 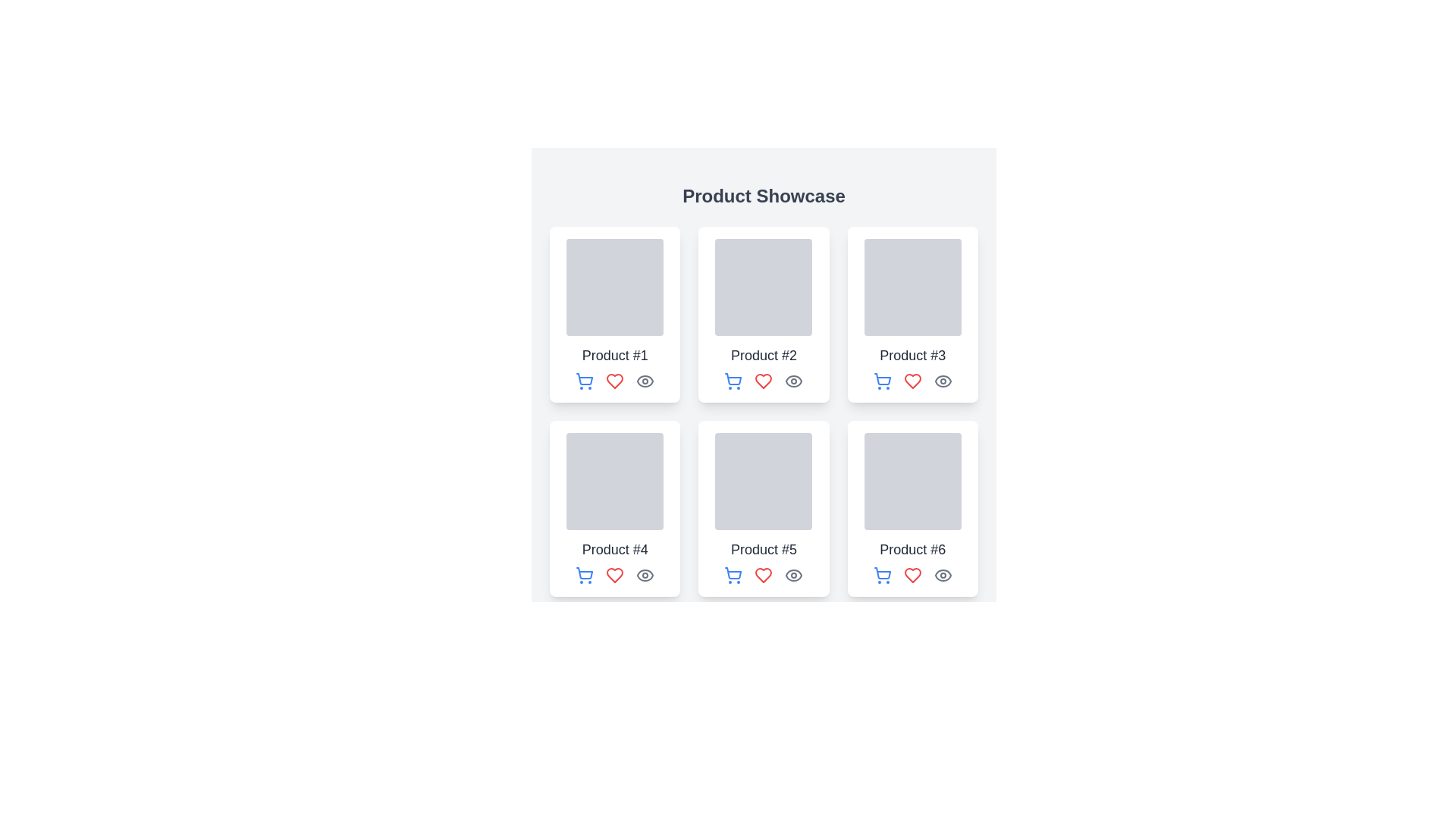 I want to click on the eye icon button, which is the third interactive element in the row of icons under 'Product #5', so click(x=793, y=576).